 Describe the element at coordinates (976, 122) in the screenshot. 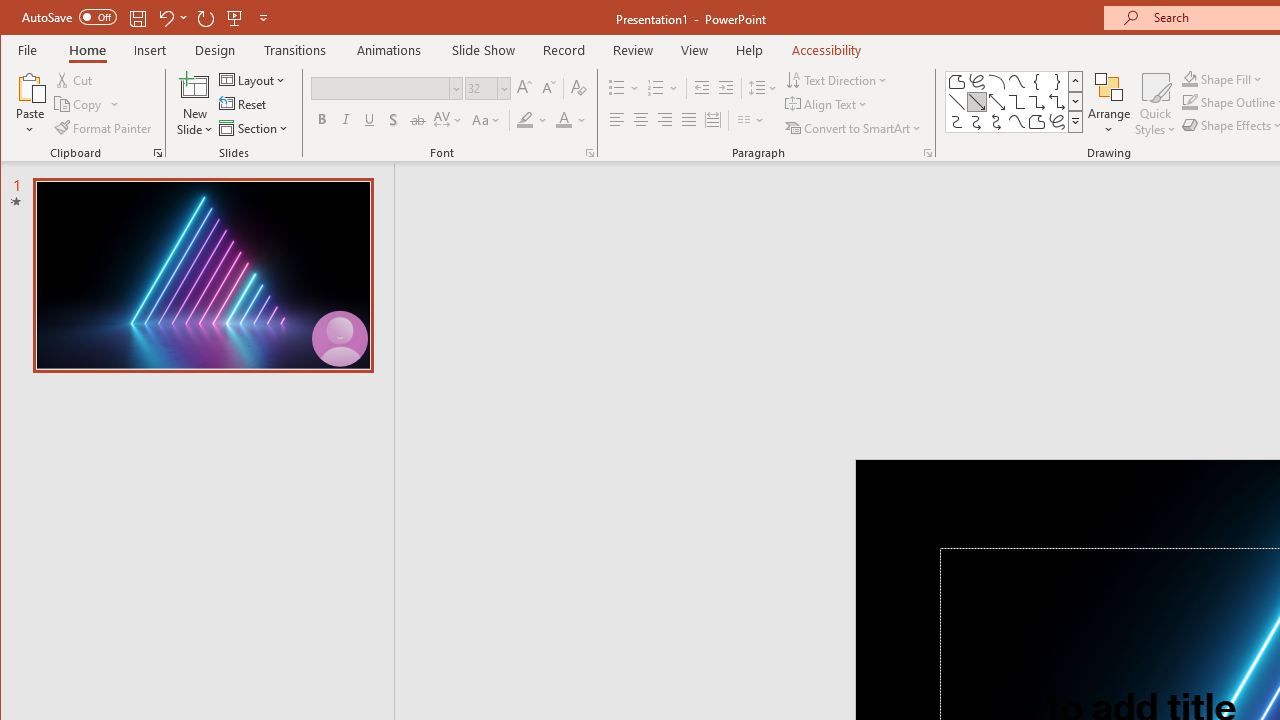

I see `'Connector: Curved Arrow'` at that location.